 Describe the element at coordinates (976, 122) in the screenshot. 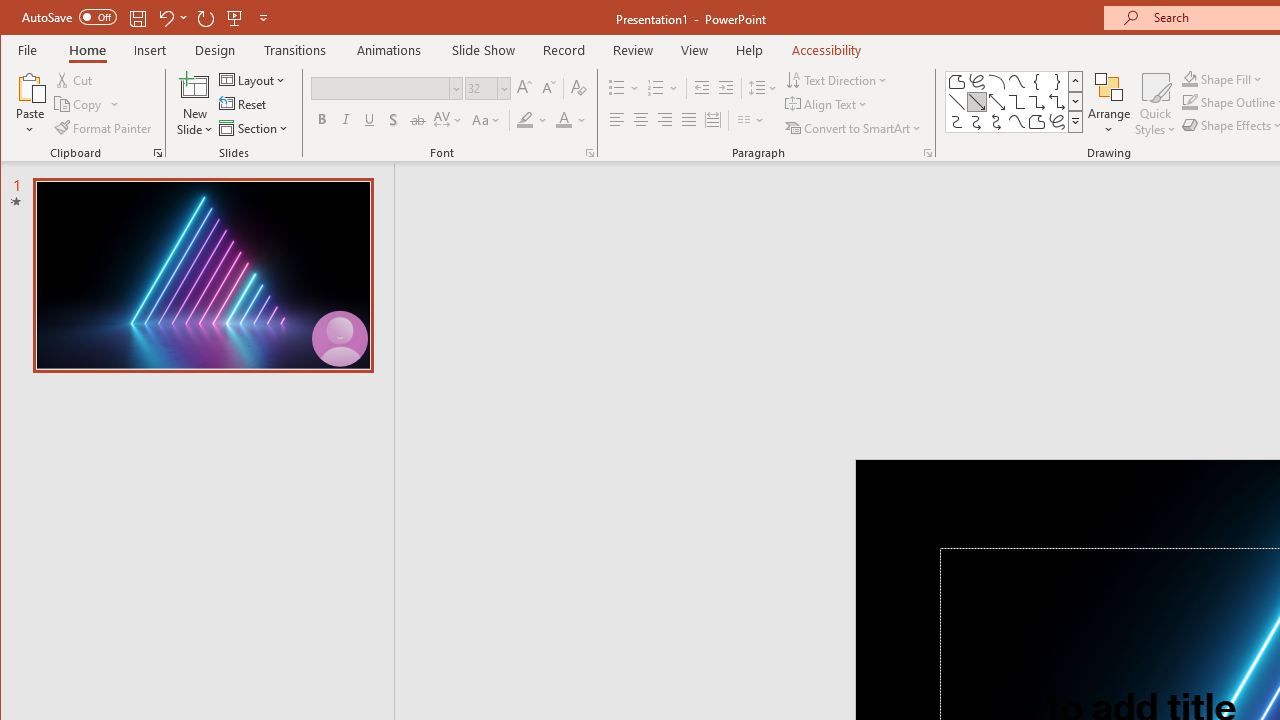

I see `'Connector: Curved Arrow'` at that location.